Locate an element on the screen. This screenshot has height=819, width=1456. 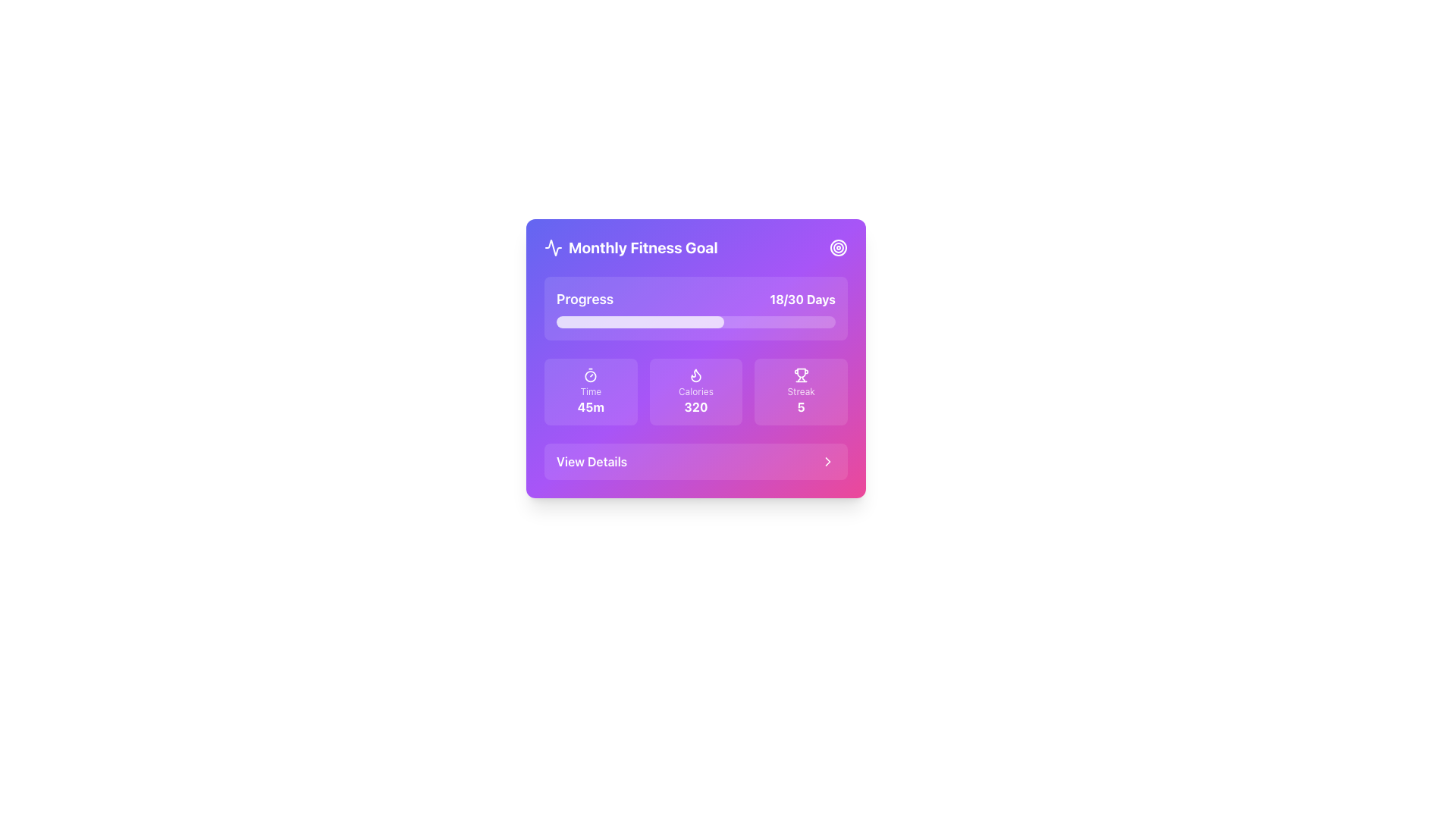
the fitness goal icon located in the upper-right corner of the 'Monthly Fitness Goal' card, which is the fifth element among its children is located at coordinates (837, 247).